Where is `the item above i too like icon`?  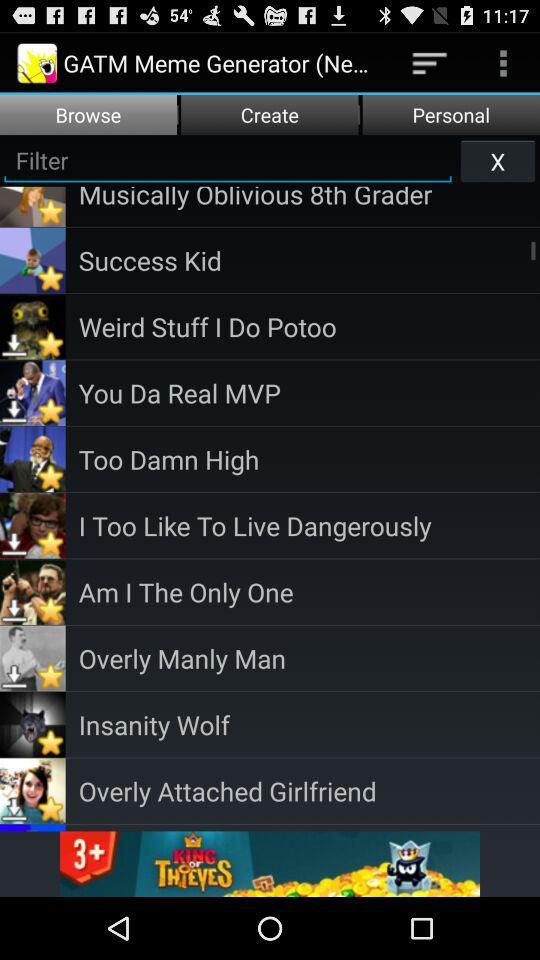
the item above i too like icon is located at coordinates (309, 459).